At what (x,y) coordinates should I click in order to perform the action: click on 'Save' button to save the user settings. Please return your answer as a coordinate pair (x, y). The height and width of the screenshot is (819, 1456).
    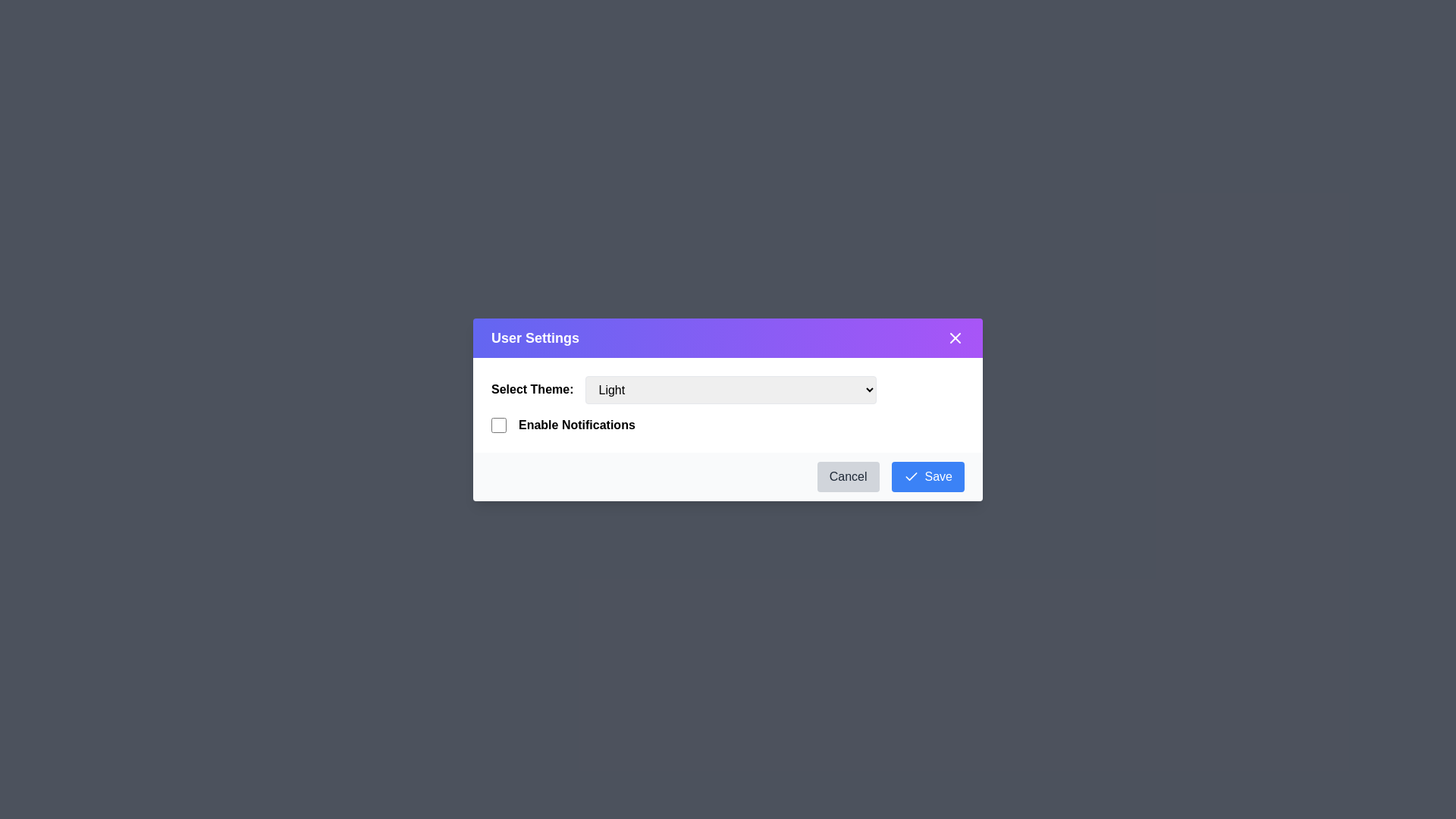
    Looking at the image, I should click on (927, 475).